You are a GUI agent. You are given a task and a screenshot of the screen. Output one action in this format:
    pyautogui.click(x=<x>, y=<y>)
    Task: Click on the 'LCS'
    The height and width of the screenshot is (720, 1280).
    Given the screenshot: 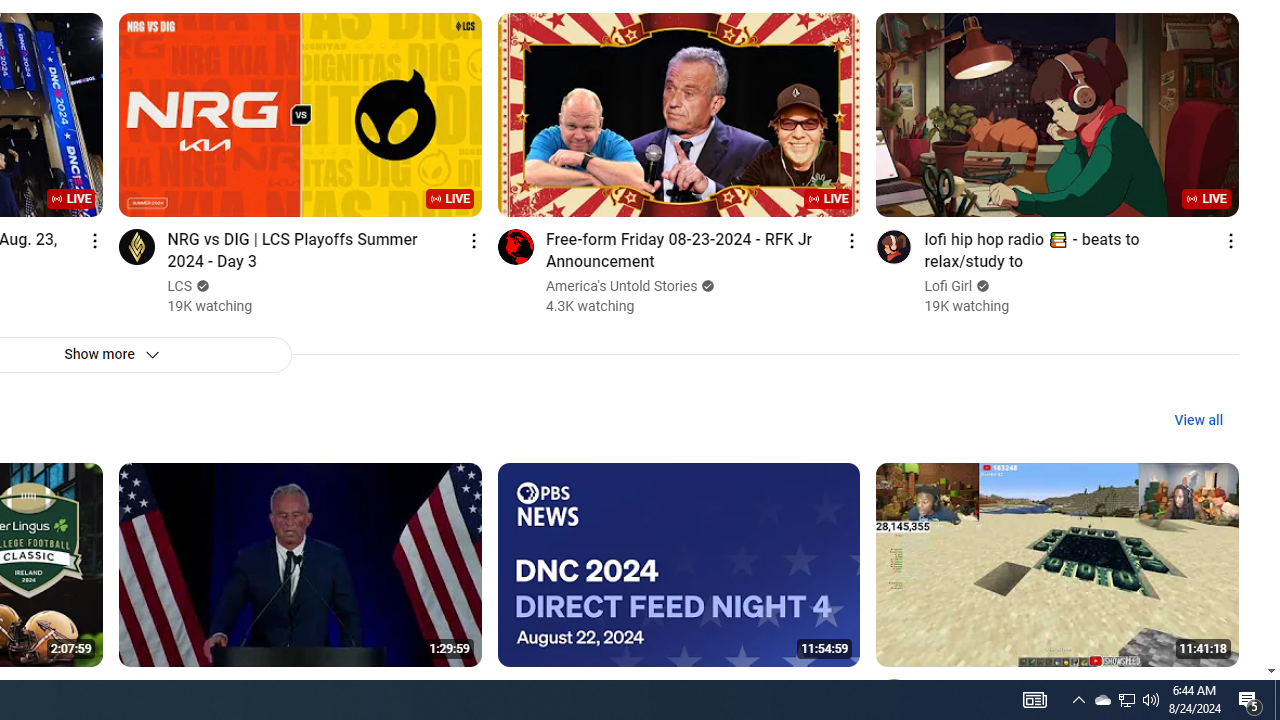 What is the action you would take?
    pyautogui.click(x=180, y=286)
    